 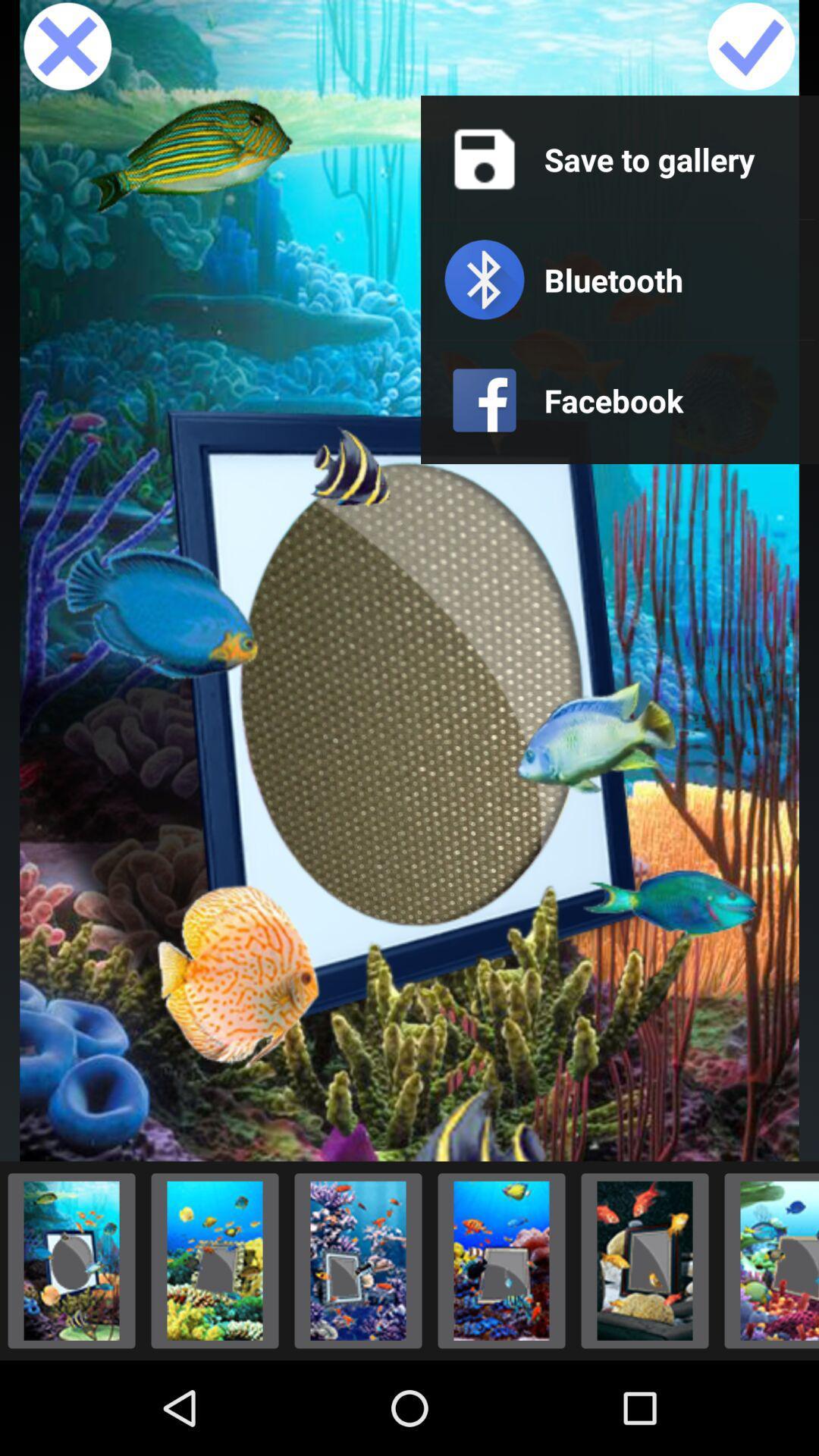 What do you see at coordinates (767, 1260) in the screenshot?
I see `choose this photo` at bounding box center [767, 1260].